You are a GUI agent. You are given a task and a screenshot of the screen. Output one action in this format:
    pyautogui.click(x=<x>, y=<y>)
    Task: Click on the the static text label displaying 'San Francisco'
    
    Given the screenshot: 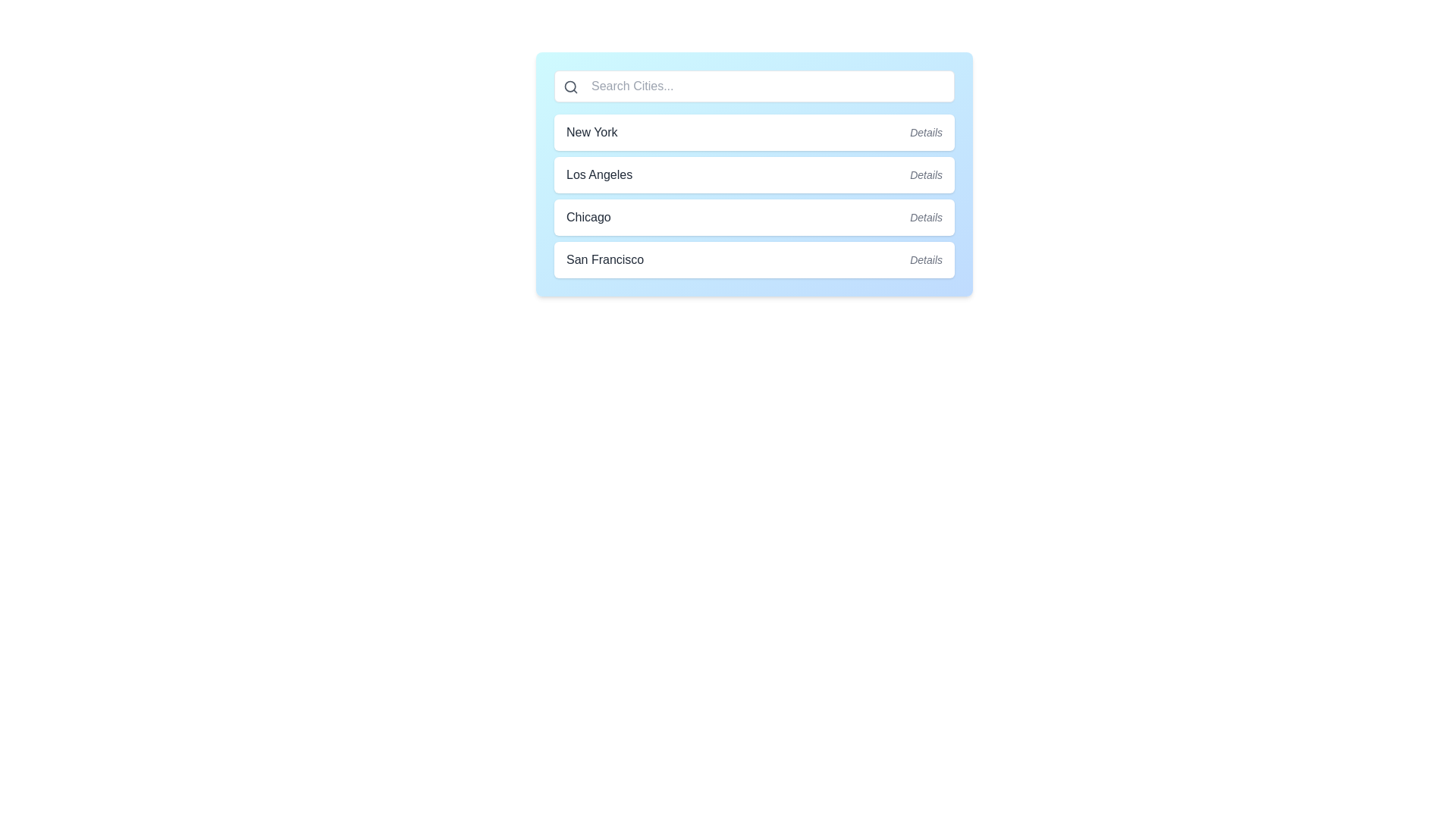 What is the action you would take?
    pyautogui.click(x=604, y=259)
    